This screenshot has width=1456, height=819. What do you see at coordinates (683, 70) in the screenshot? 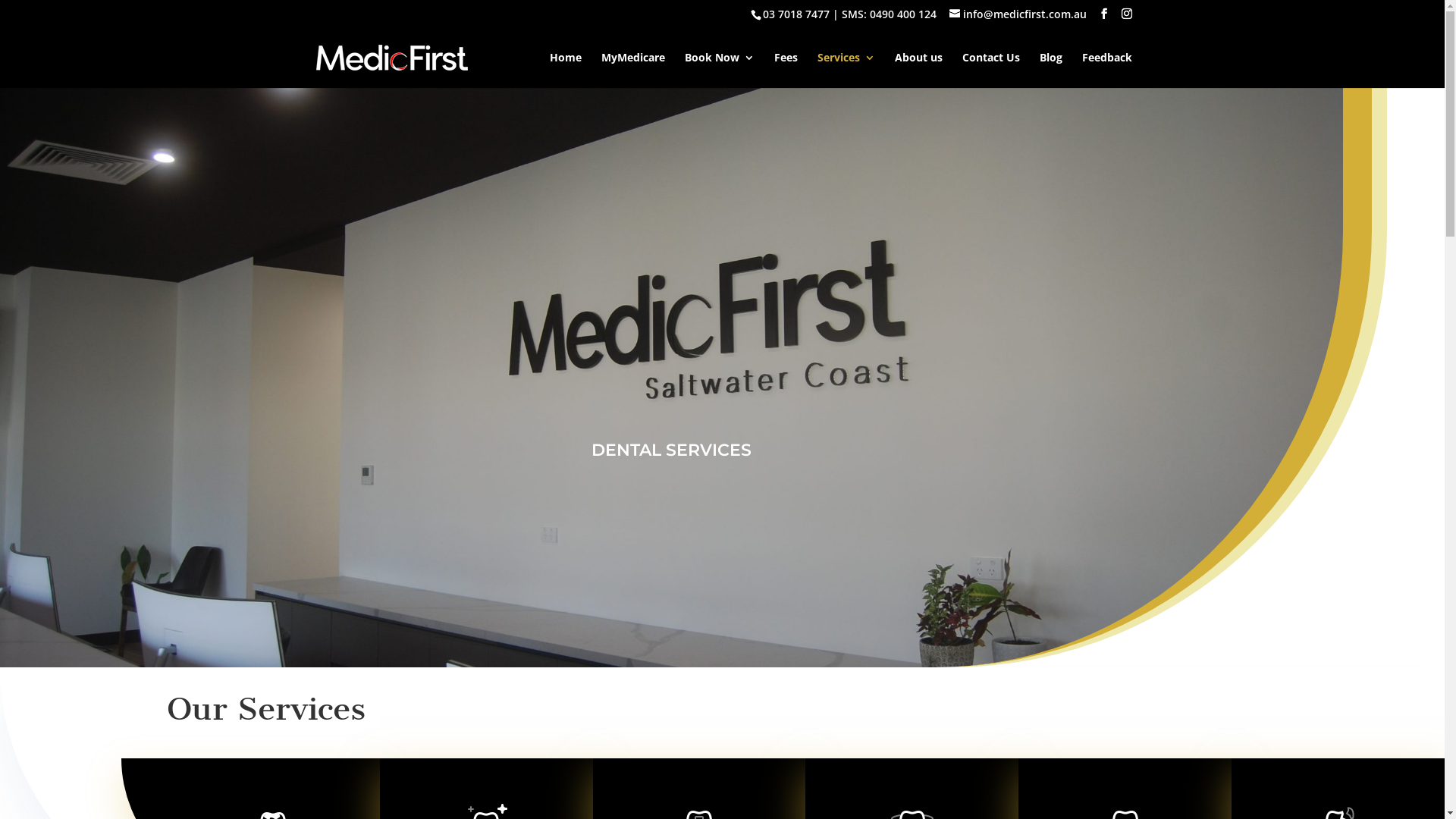
I see `'Book Now'` at bounding box center [683, 70].